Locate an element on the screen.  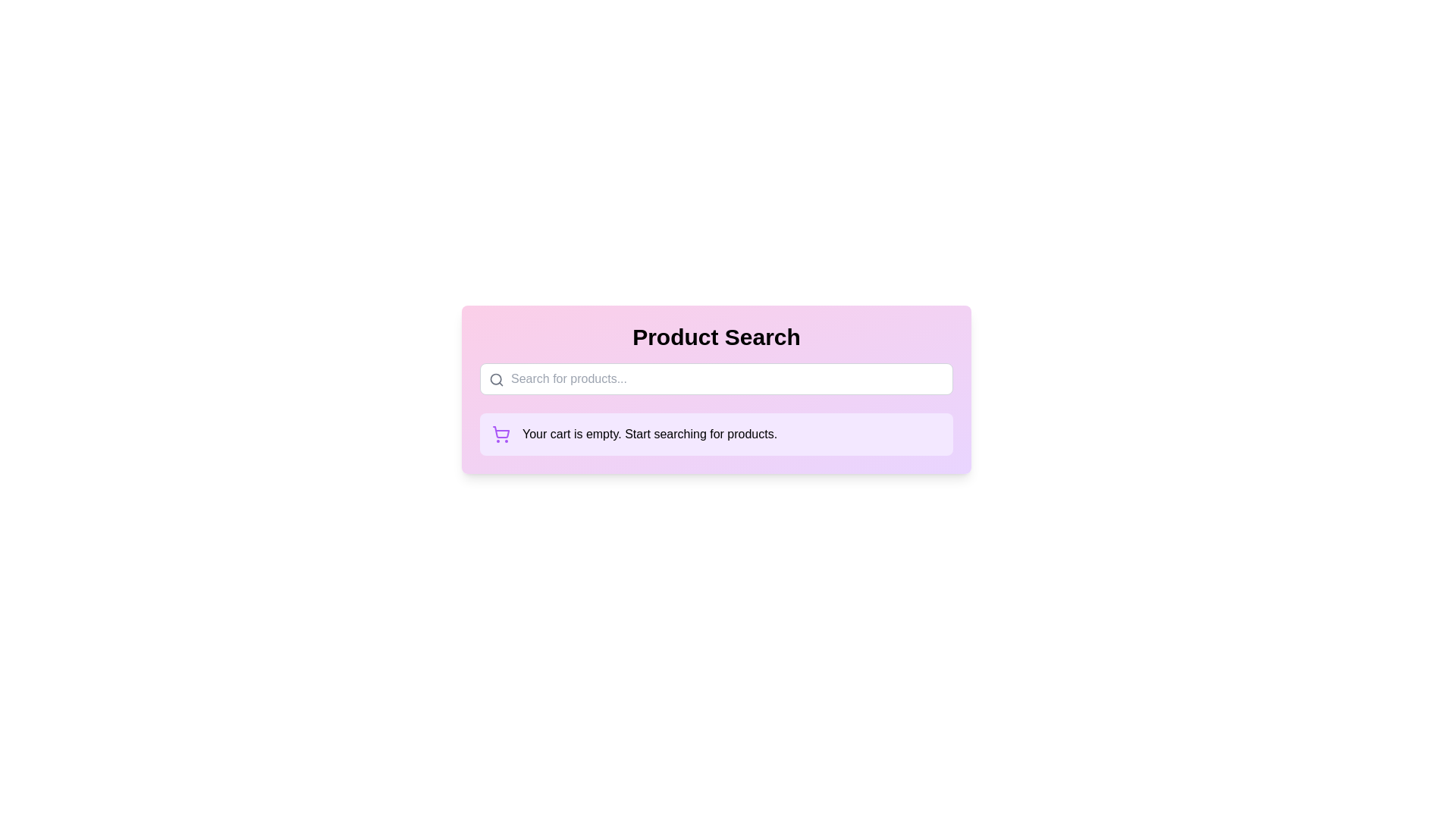
the text label that informs the user about the emptiness of their cart, located to the right of the cart icon is located at coordinates (650, 435).